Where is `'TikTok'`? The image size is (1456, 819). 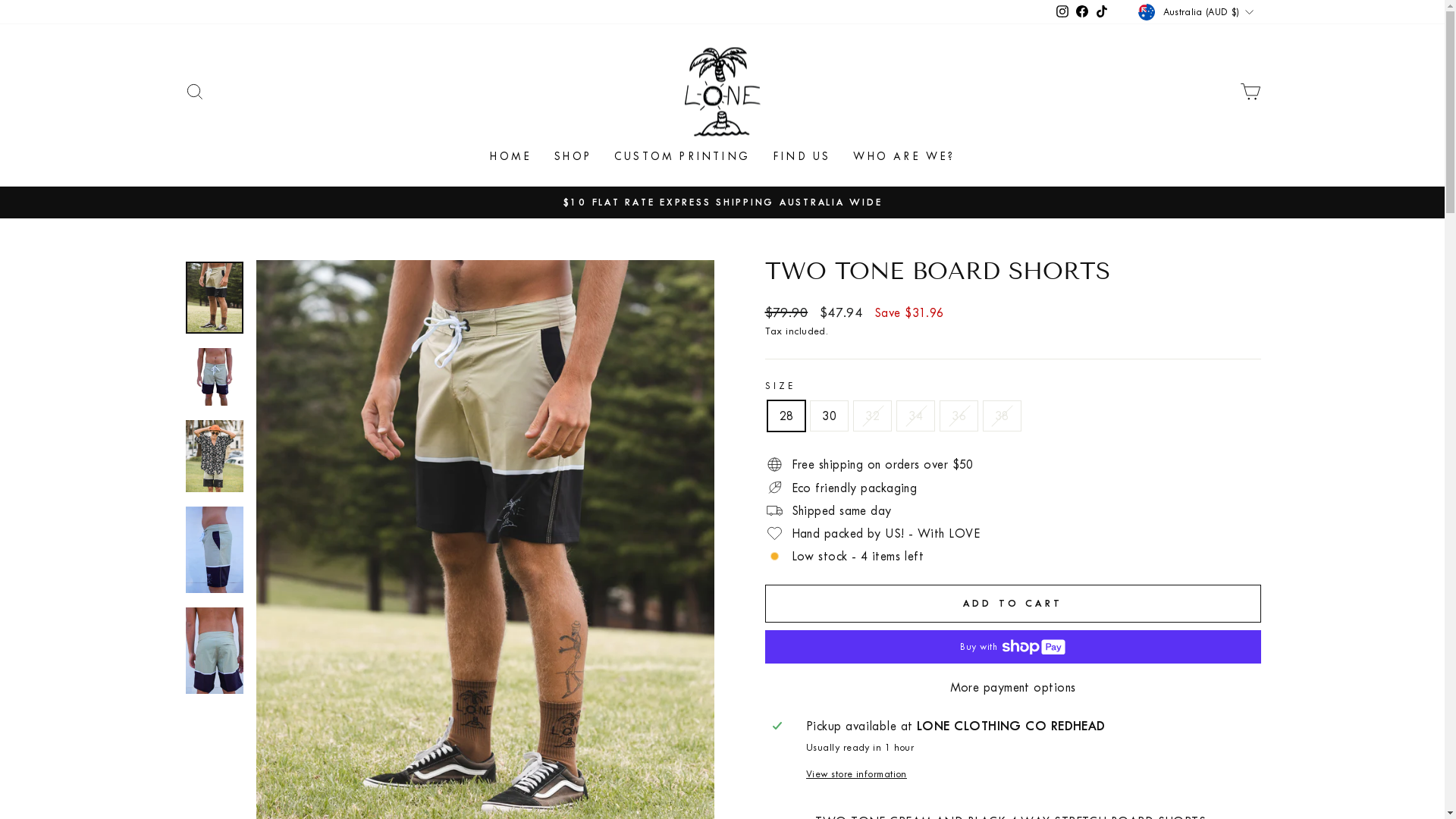
'TikTok' is located at coordinates (1102, 11).